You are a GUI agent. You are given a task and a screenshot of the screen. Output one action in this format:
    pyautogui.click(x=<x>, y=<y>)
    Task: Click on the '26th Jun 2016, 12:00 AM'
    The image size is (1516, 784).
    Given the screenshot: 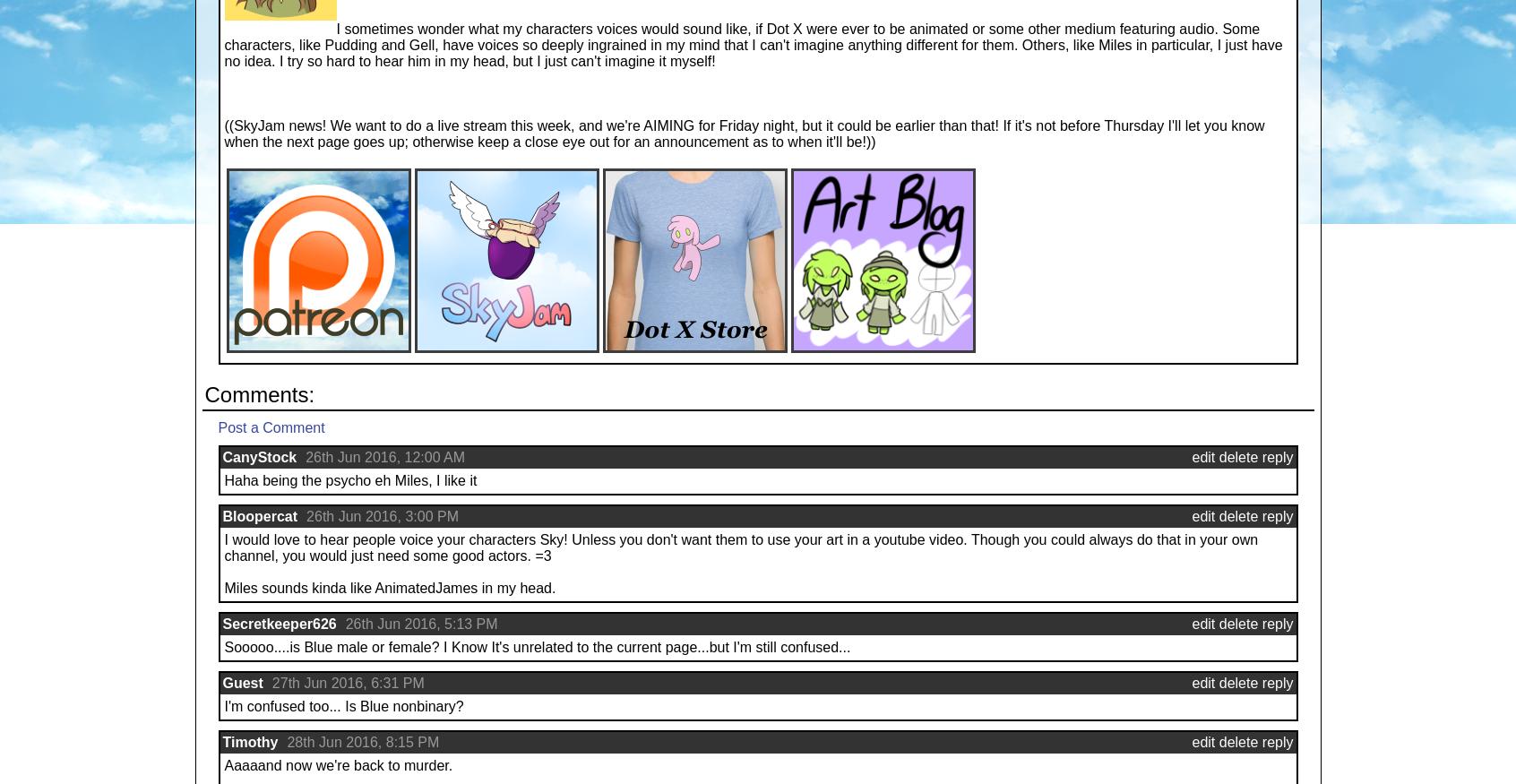 What is the action you would take?
    pyautogui.click(x=383, y=456)
    